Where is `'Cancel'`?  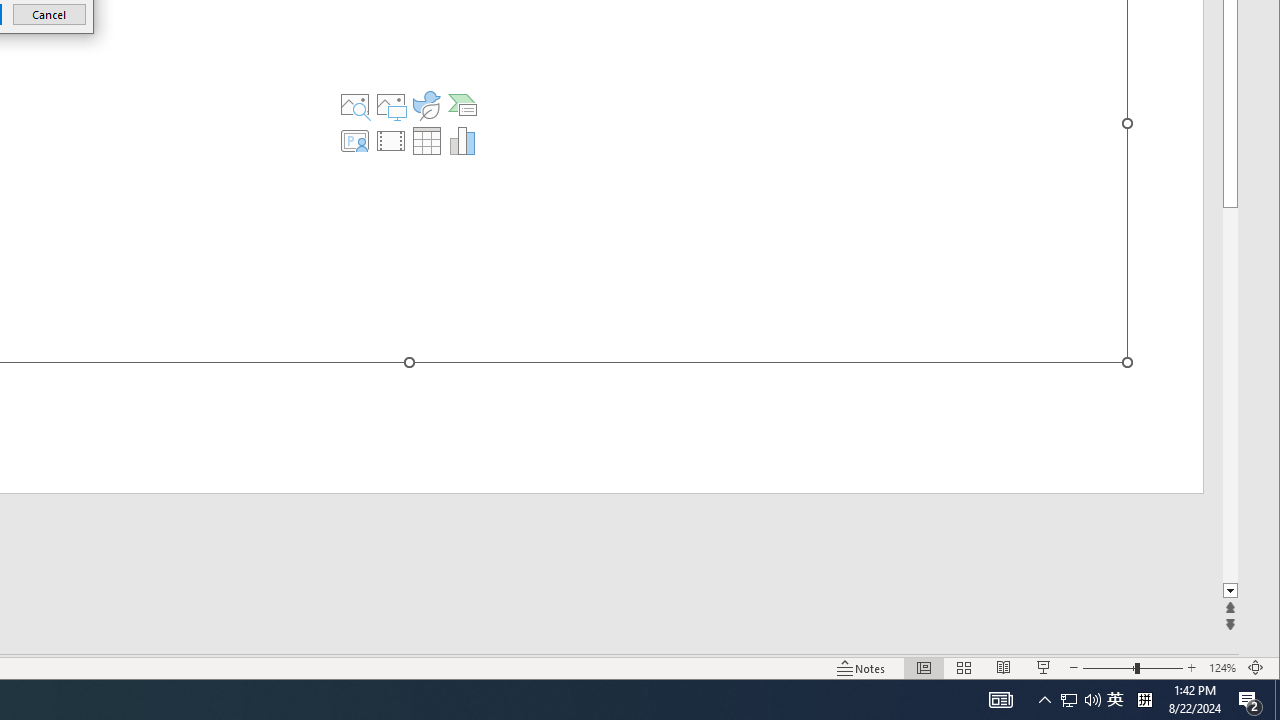
'Cancel' is located at coordinates (49, 14).